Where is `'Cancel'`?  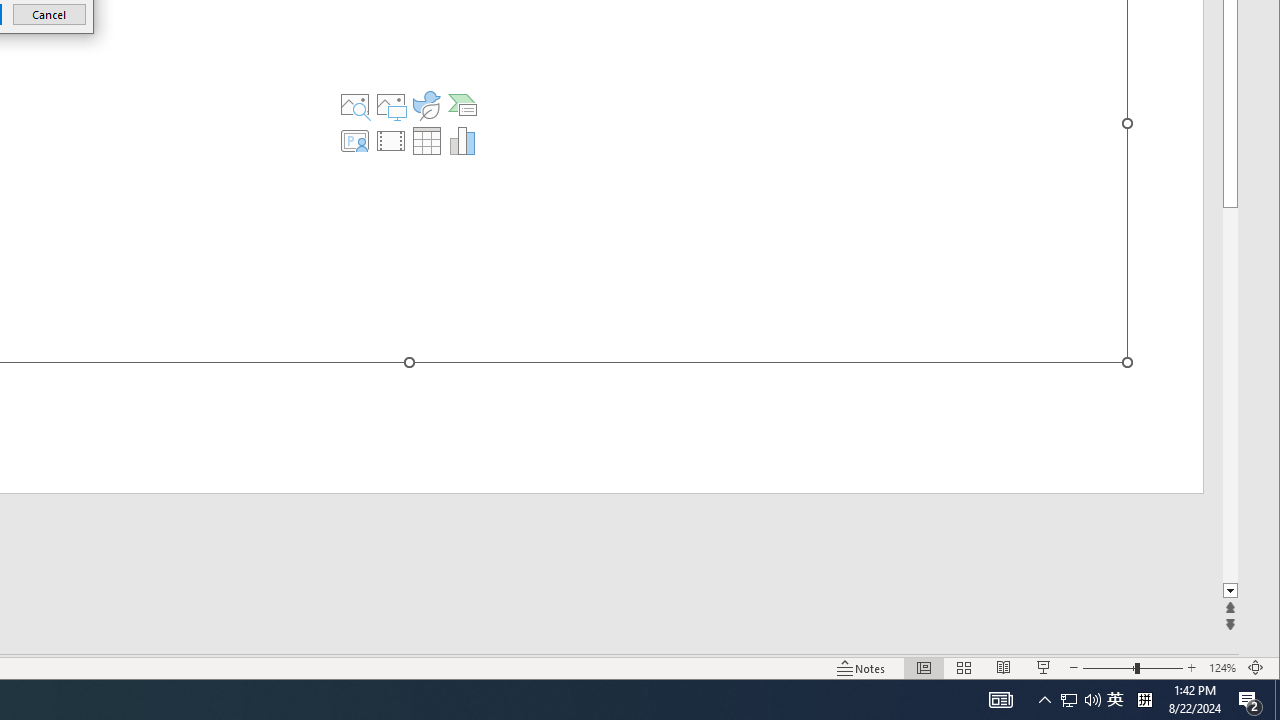
'Cancel' is located at coordinates (49, 14).